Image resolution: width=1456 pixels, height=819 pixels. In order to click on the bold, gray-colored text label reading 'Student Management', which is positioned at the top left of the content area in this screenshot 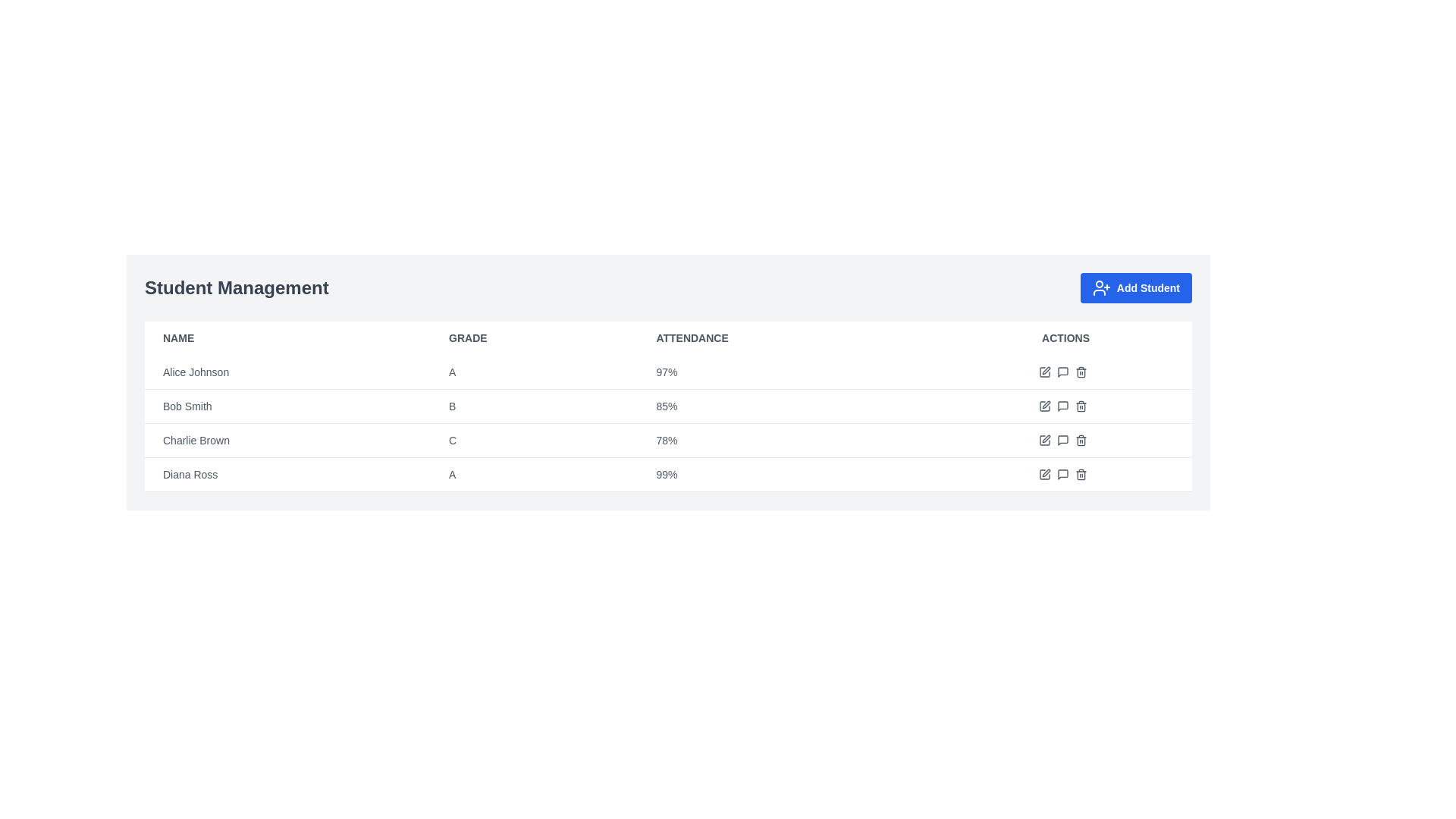, I will do `click(236, 288)`.